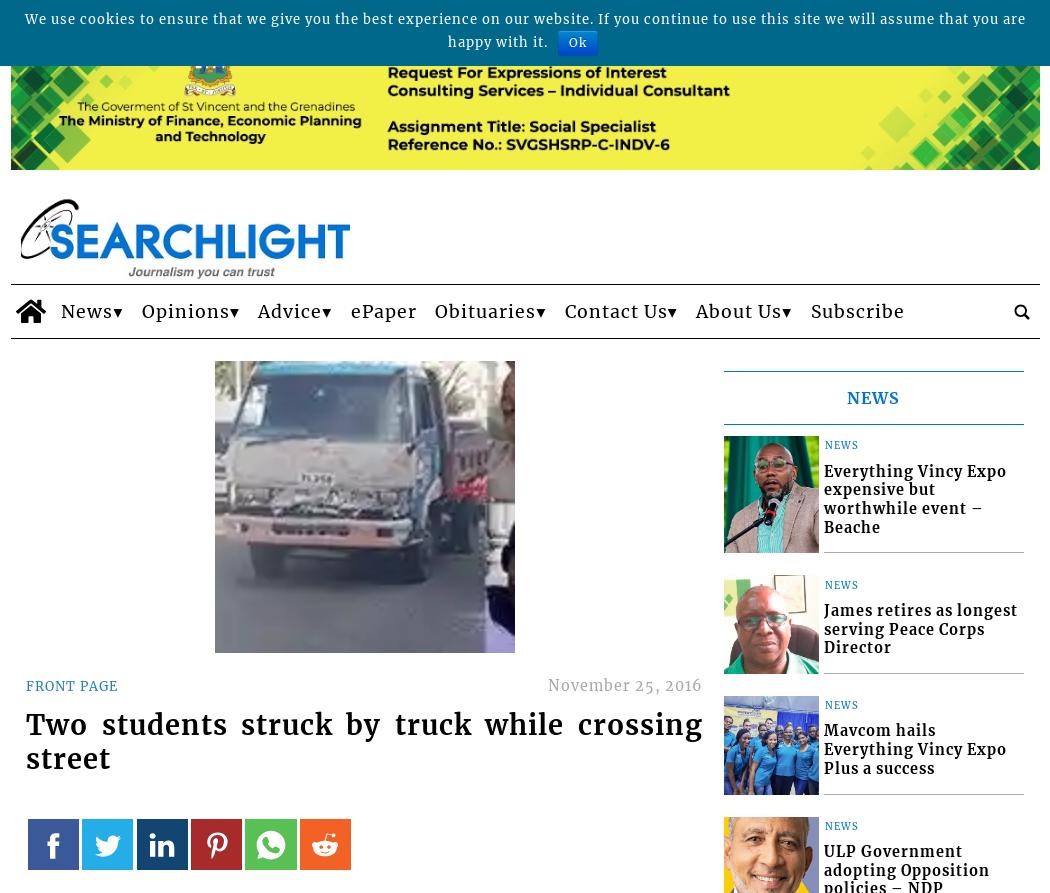 The image size is (1050, 893). Describe the element at coordinates (363, 741) in the screenshot. I see `'Two students struck by truck while crossing street'` at that location.